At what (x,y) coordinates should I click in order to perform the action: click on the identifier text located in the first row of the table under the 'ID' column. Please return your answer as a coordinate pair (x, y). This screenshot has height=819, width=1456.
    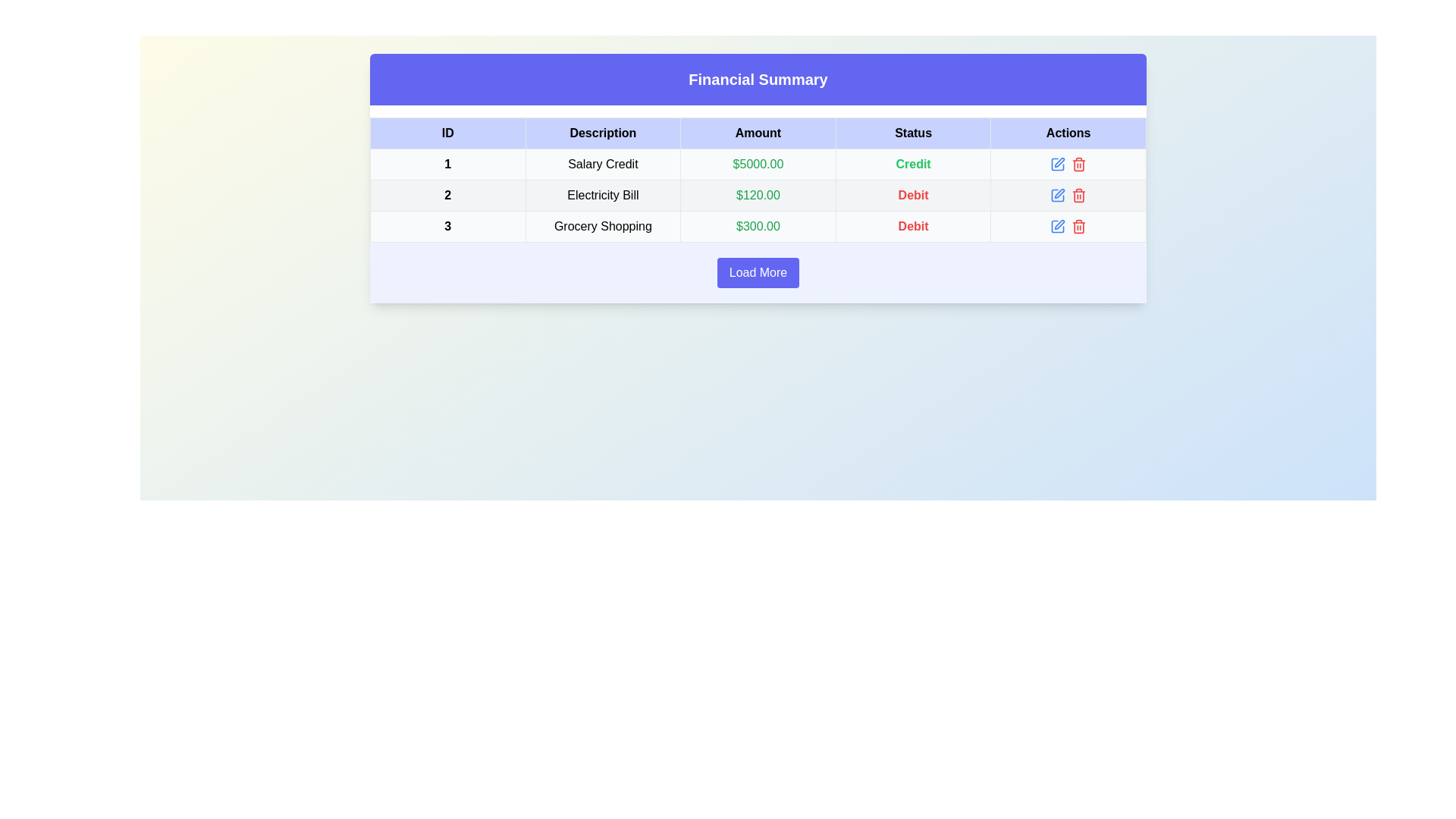
    Looking at the image, I should click on (447, 164).